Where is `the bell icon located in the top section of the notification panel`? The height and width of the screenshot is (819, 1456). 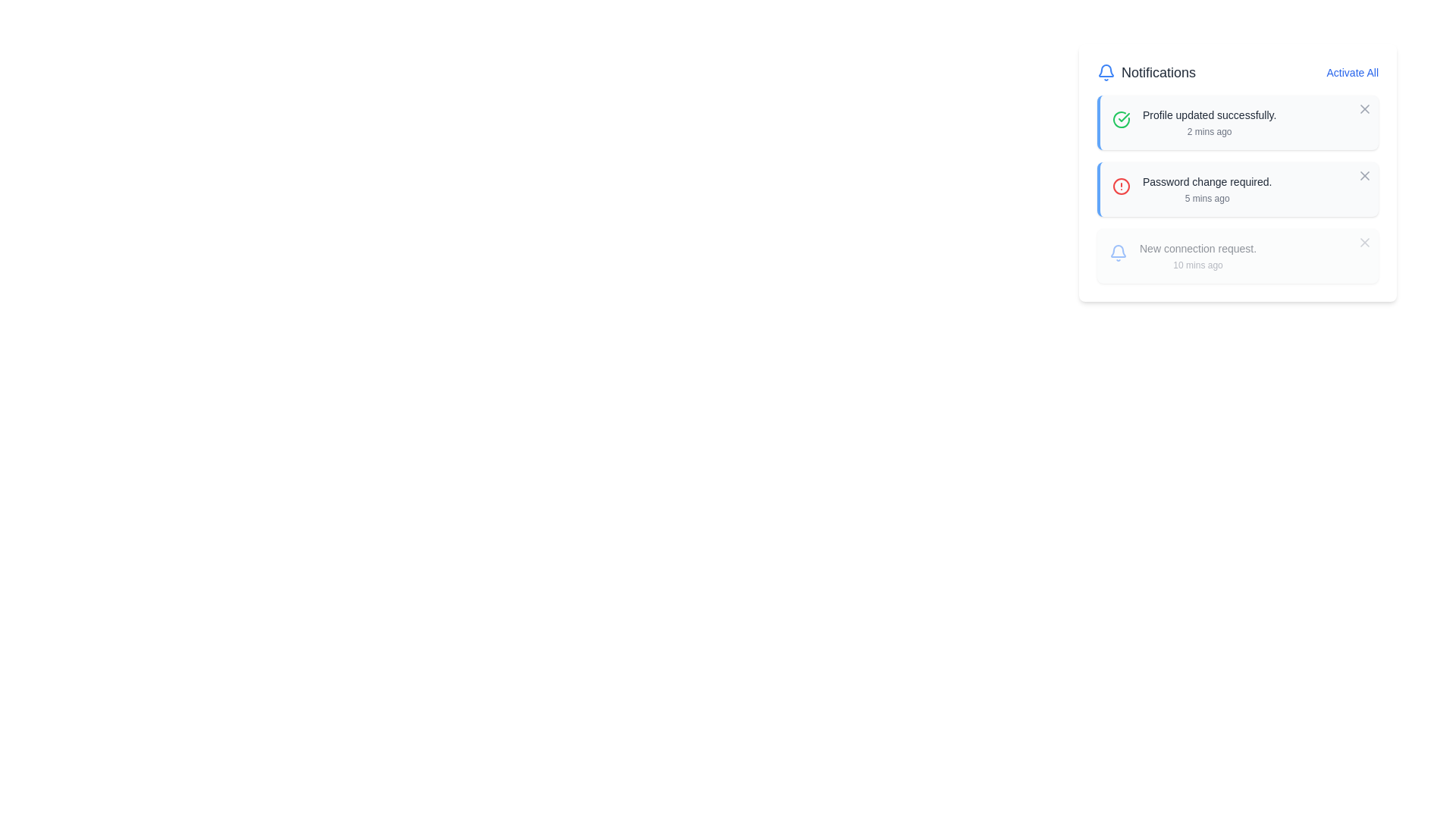
the bell icon located in the top section of the notification panel is located at coordinates (1118, 253).